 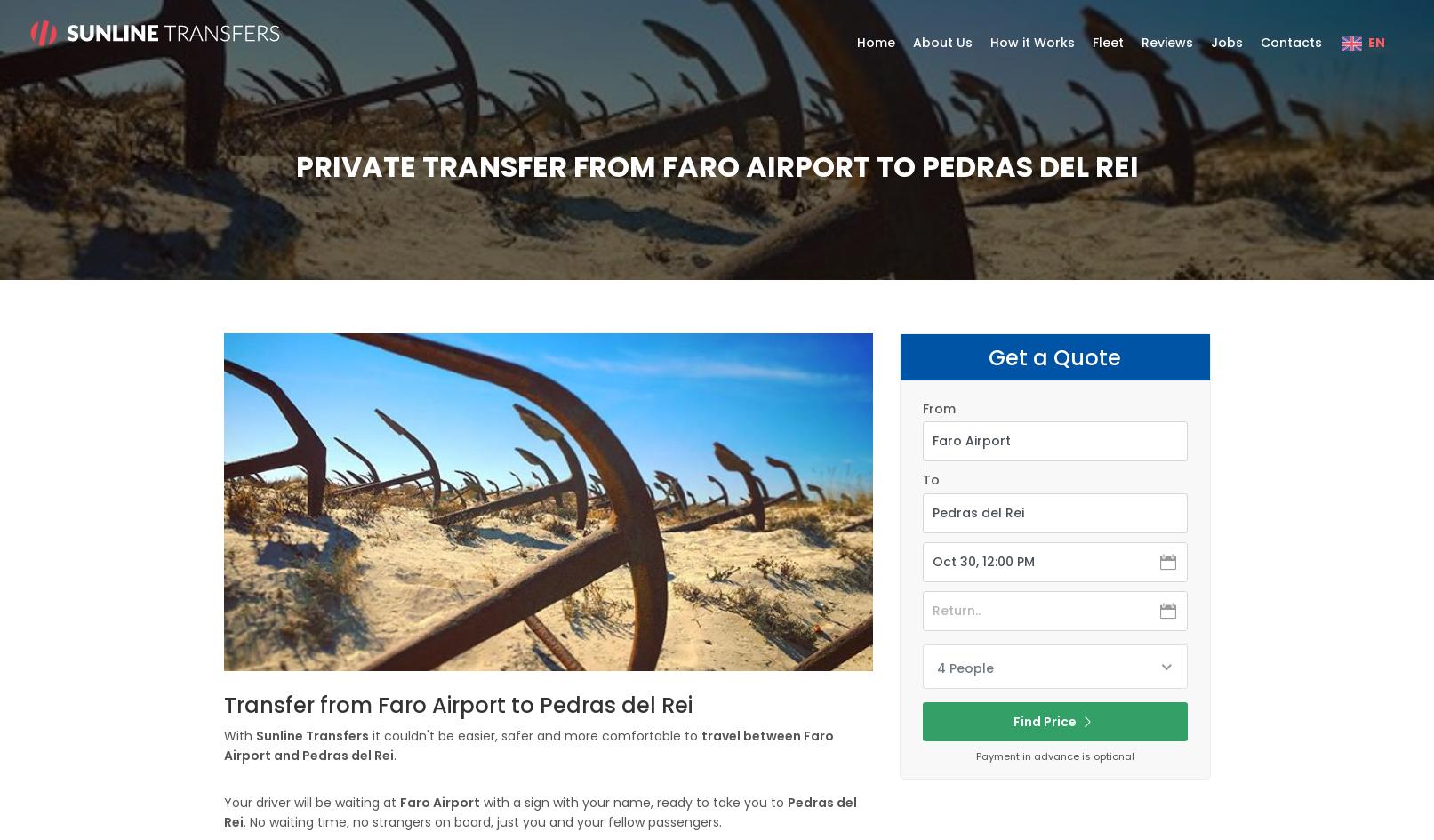 I want to click on 'with a sign with your name, ready to take you to', so click(x=478, y=801).